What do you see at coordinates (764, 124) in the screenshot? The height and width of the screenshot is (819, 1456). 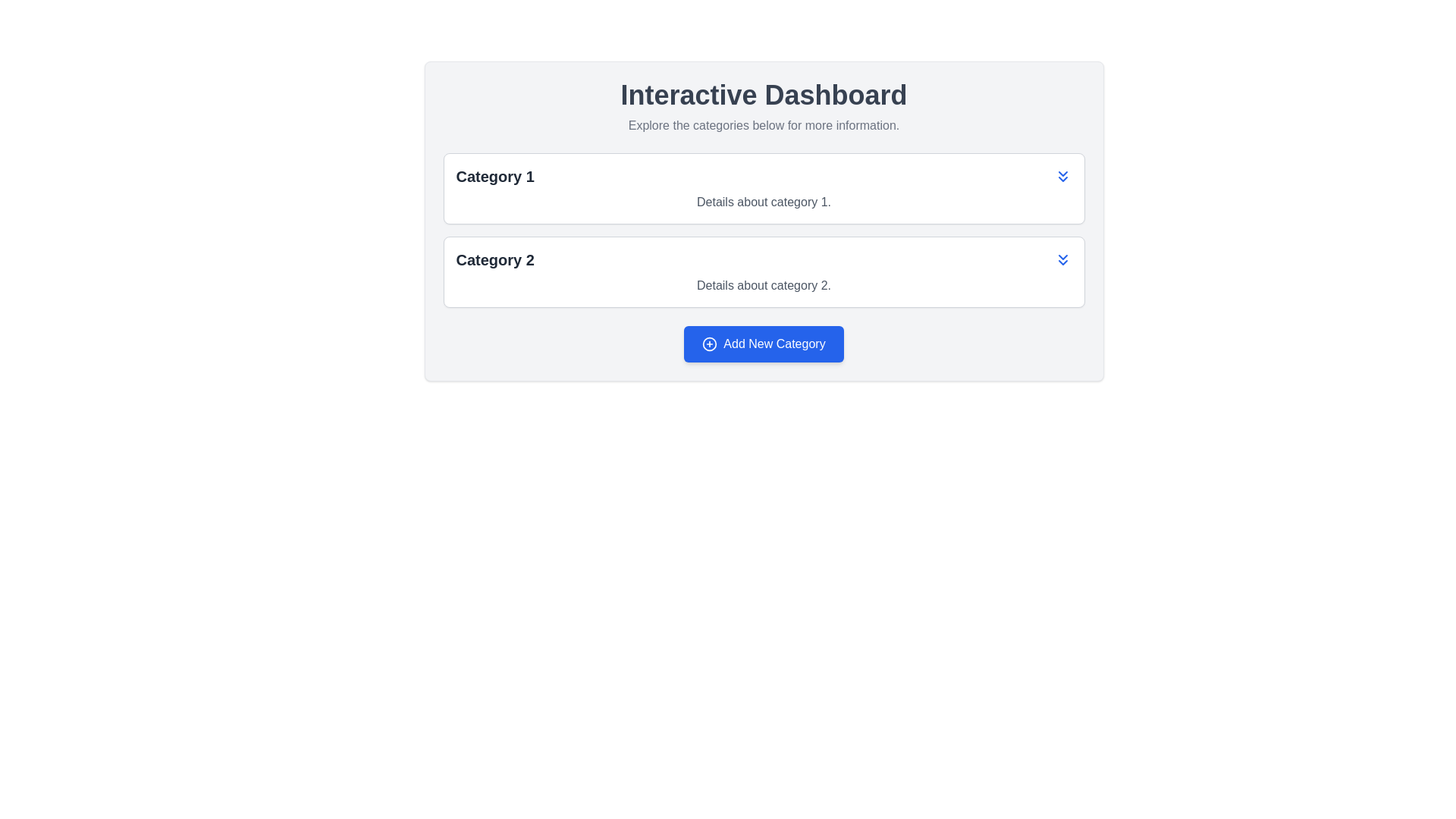 I see `the text label that reads 'Explore the categories below for more information.', which is styled in gray and positioned directly below the 'Interactive Dashboard' header` at bounding box center [764, 124].